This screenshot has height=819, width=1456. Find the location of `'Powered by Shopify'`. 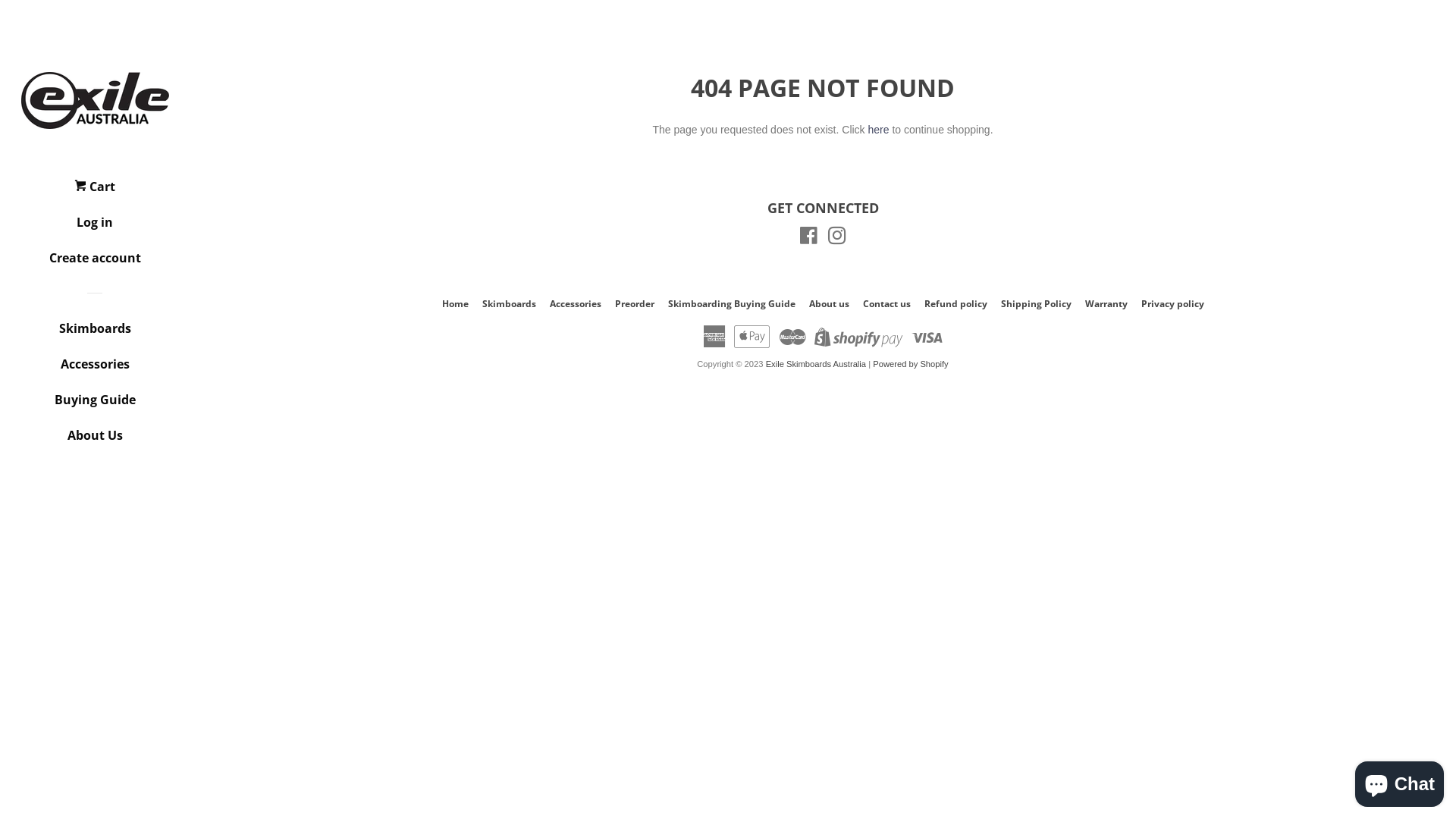

'Powered by Shopify' is located at coordinates (910, 363).